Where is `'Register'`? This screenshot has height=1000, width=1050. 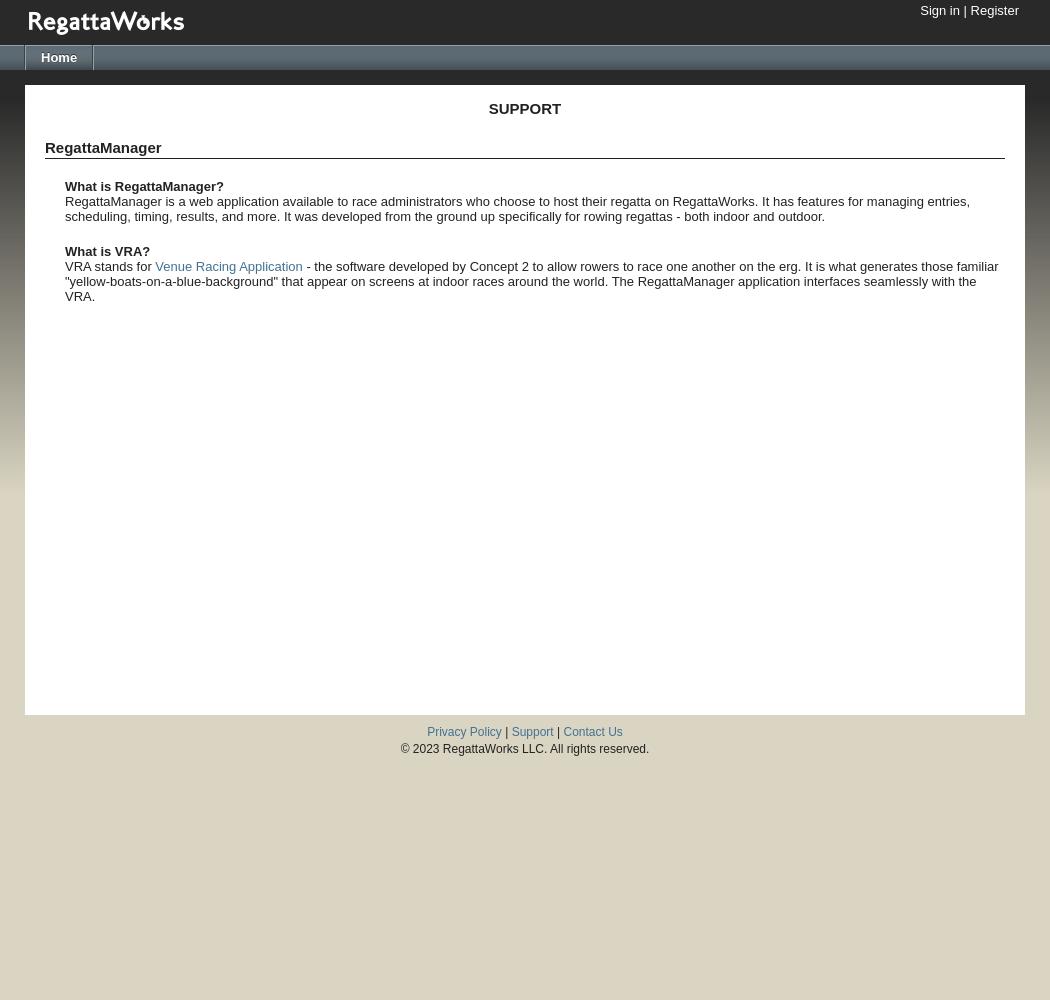
'Register' is located at coordinates (994, 10).